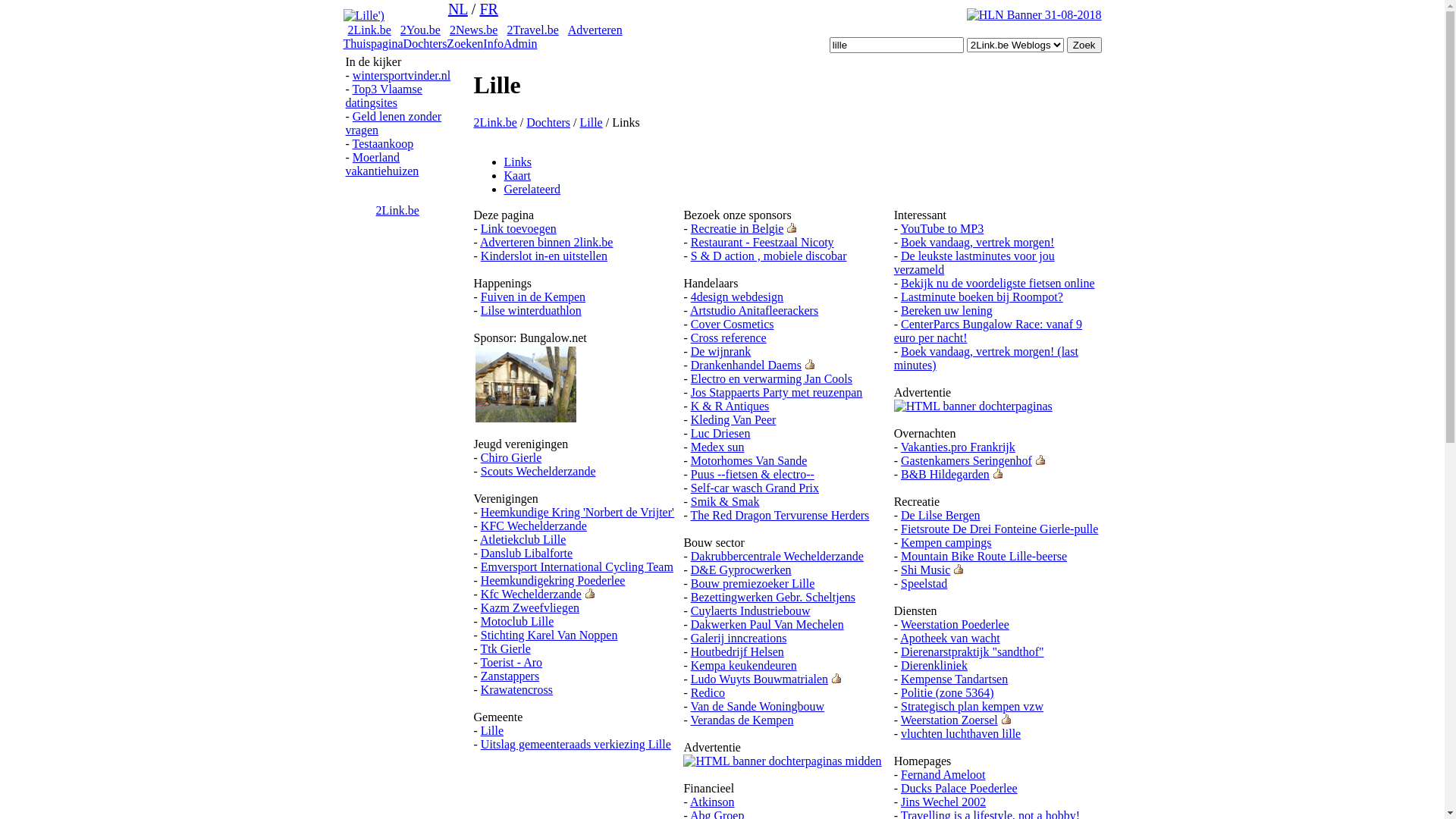  I want to click on 'Moerland vakantiehuizen', so click(382, 164).